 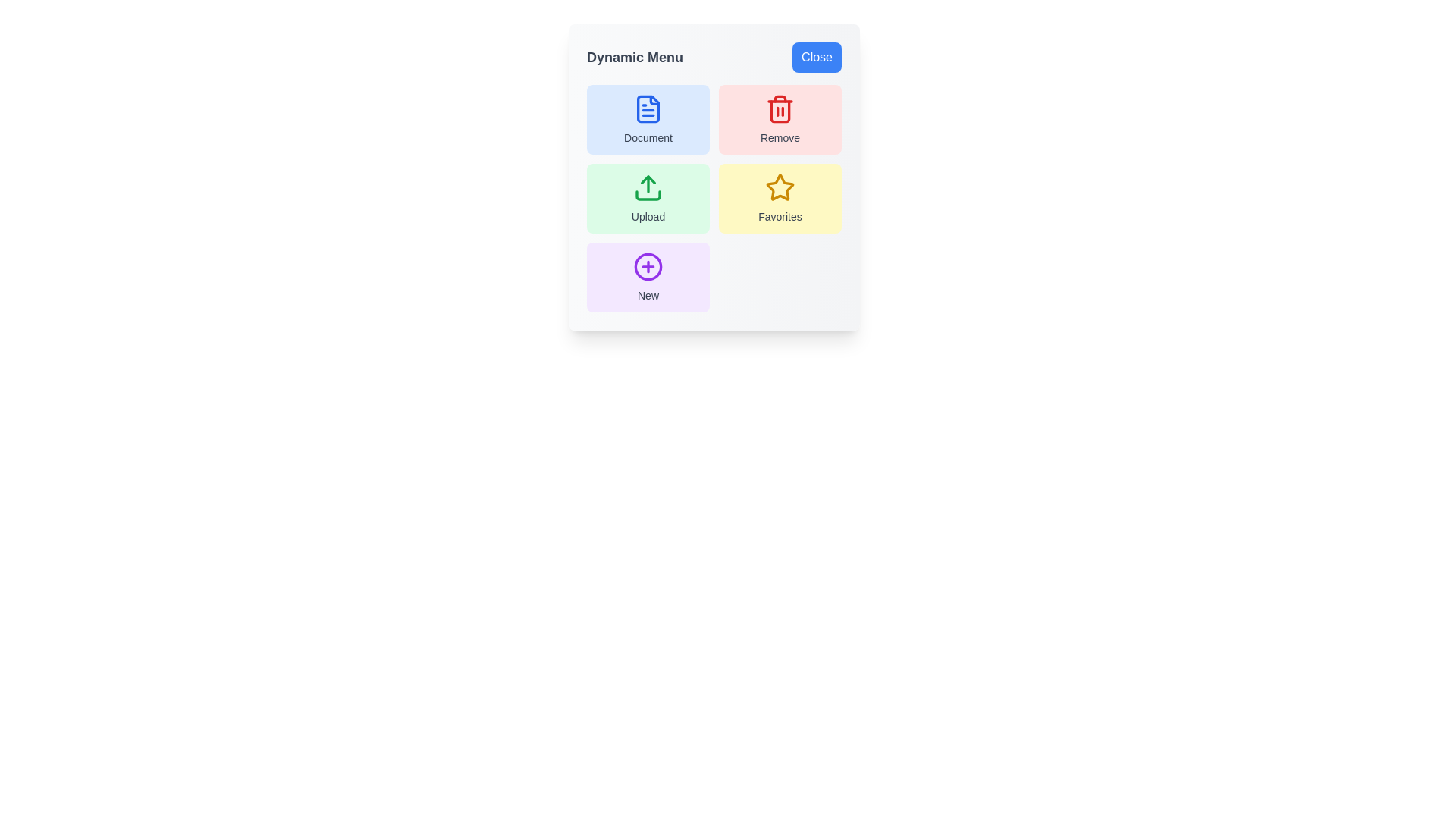 I want to click on the remove item button located in the second column of the first row of the grid layout to observe any animations or tooltips that may appear, so click(x=780, y=119).